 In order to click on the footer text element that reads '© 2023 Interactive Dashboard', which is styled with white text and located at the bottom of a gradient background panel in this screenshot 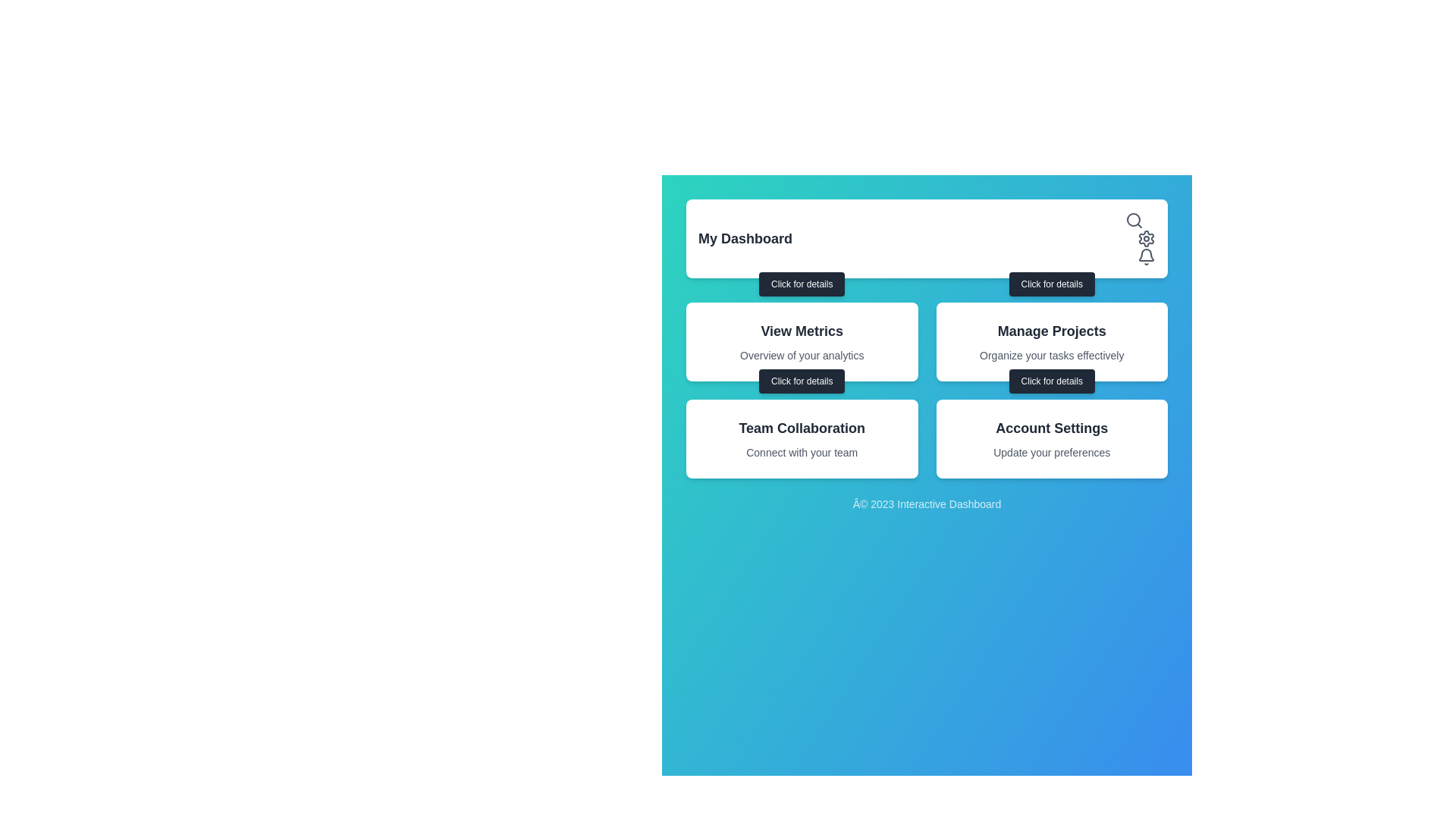, I will do `click(926, 504)`.